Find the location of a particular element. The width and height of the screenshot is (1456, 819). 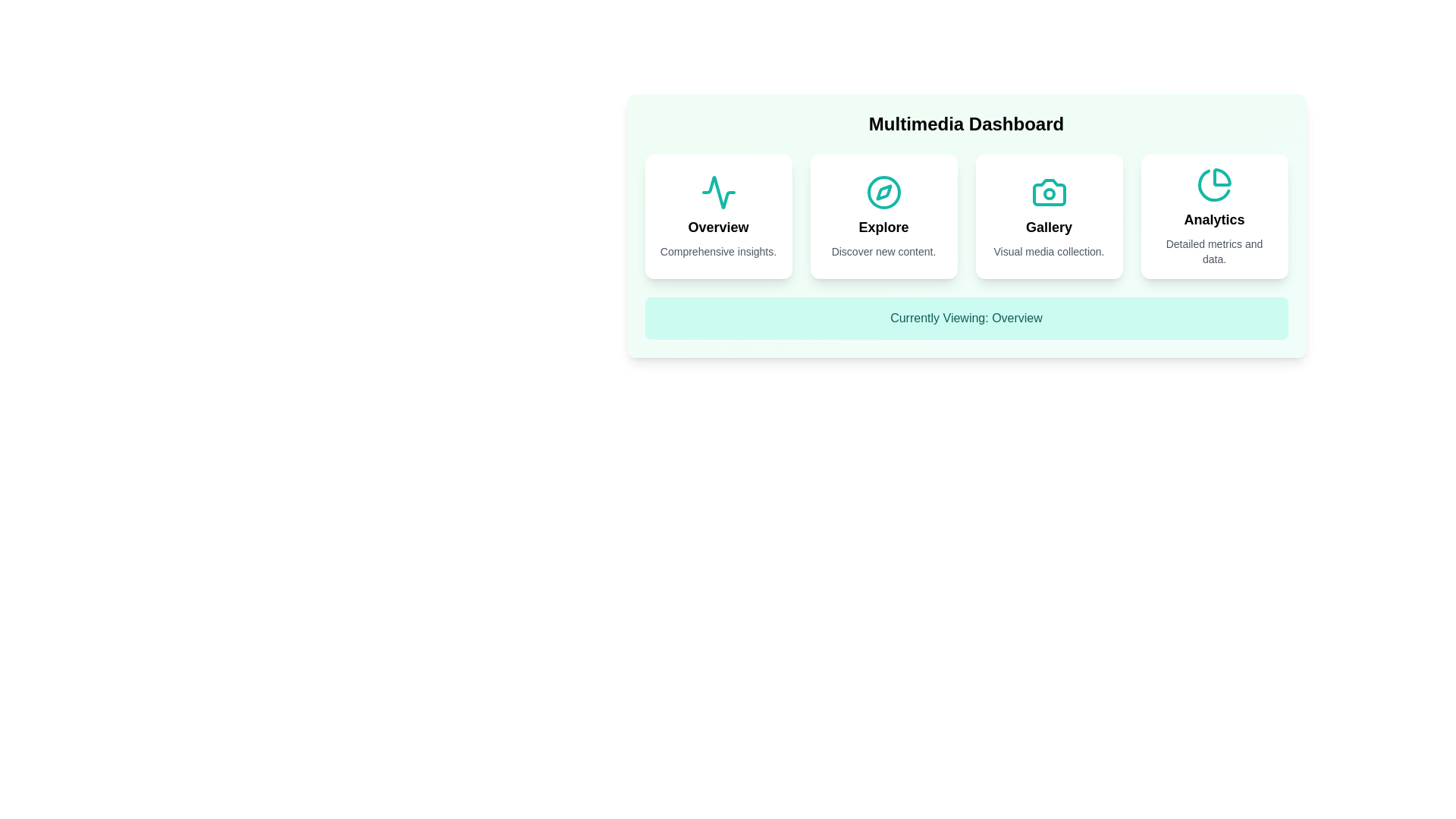

the section card labeled Explore to preview its animation is located at coordinates (883, 216).